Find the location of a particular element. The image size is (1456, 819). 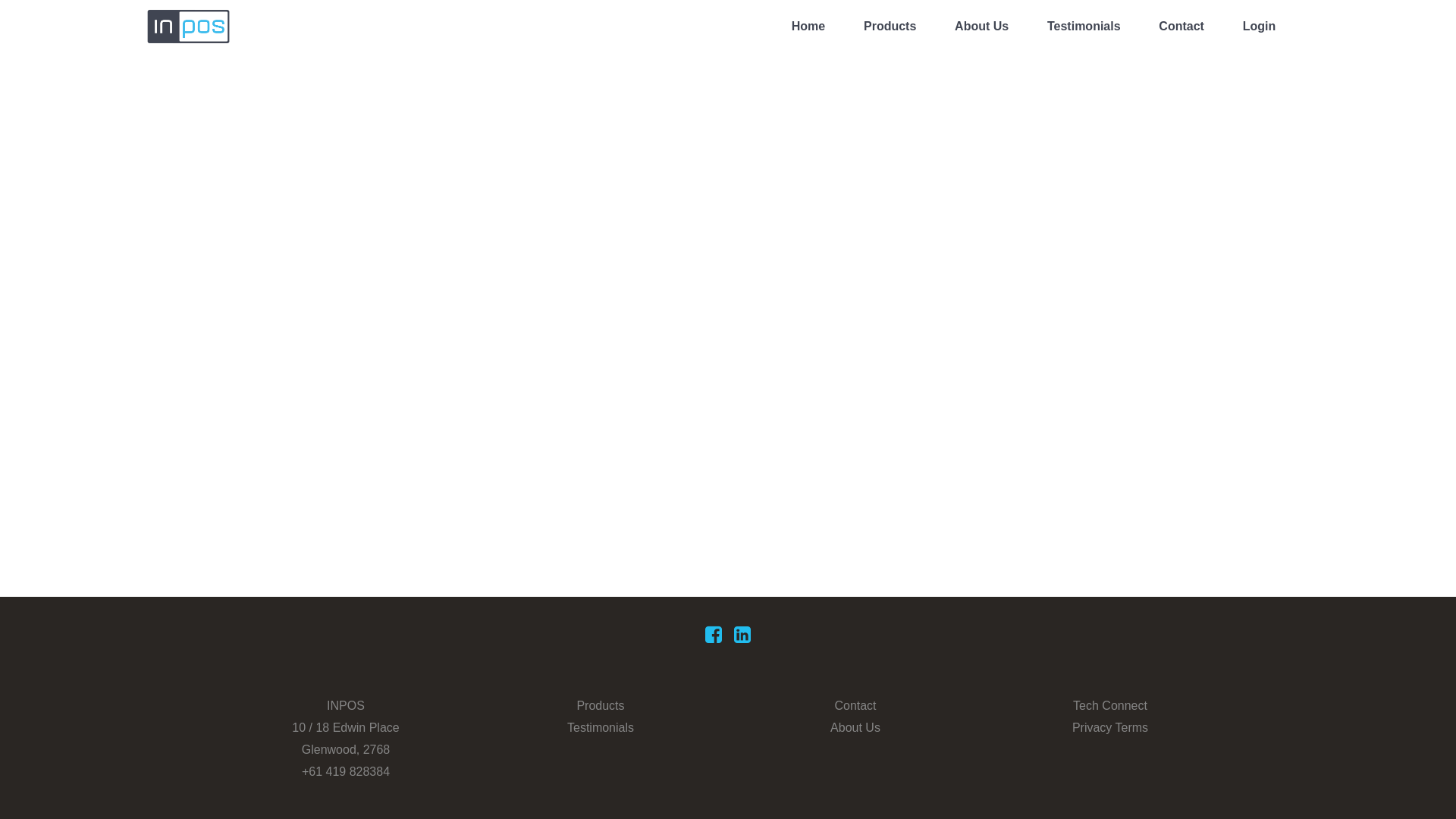

'Products' is located at coordinates (600, 705).